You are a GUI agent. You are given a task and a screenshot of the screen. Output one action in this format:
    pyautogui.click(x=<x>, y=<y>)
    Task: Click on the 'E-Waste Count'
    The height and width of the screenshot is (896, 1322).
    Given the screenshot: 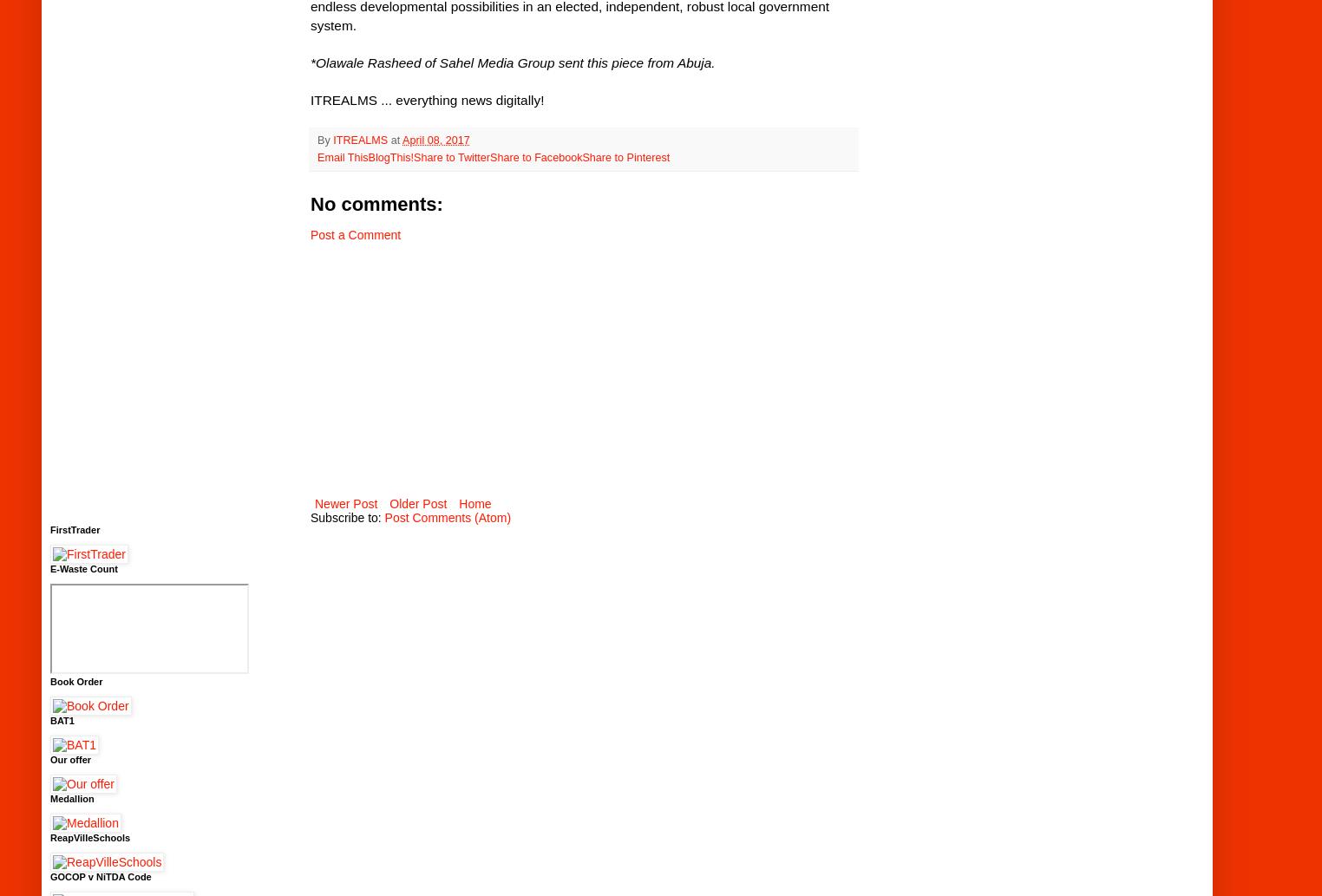 What is the action you would take?
    pyautogui.click(x=83, y=567)
    